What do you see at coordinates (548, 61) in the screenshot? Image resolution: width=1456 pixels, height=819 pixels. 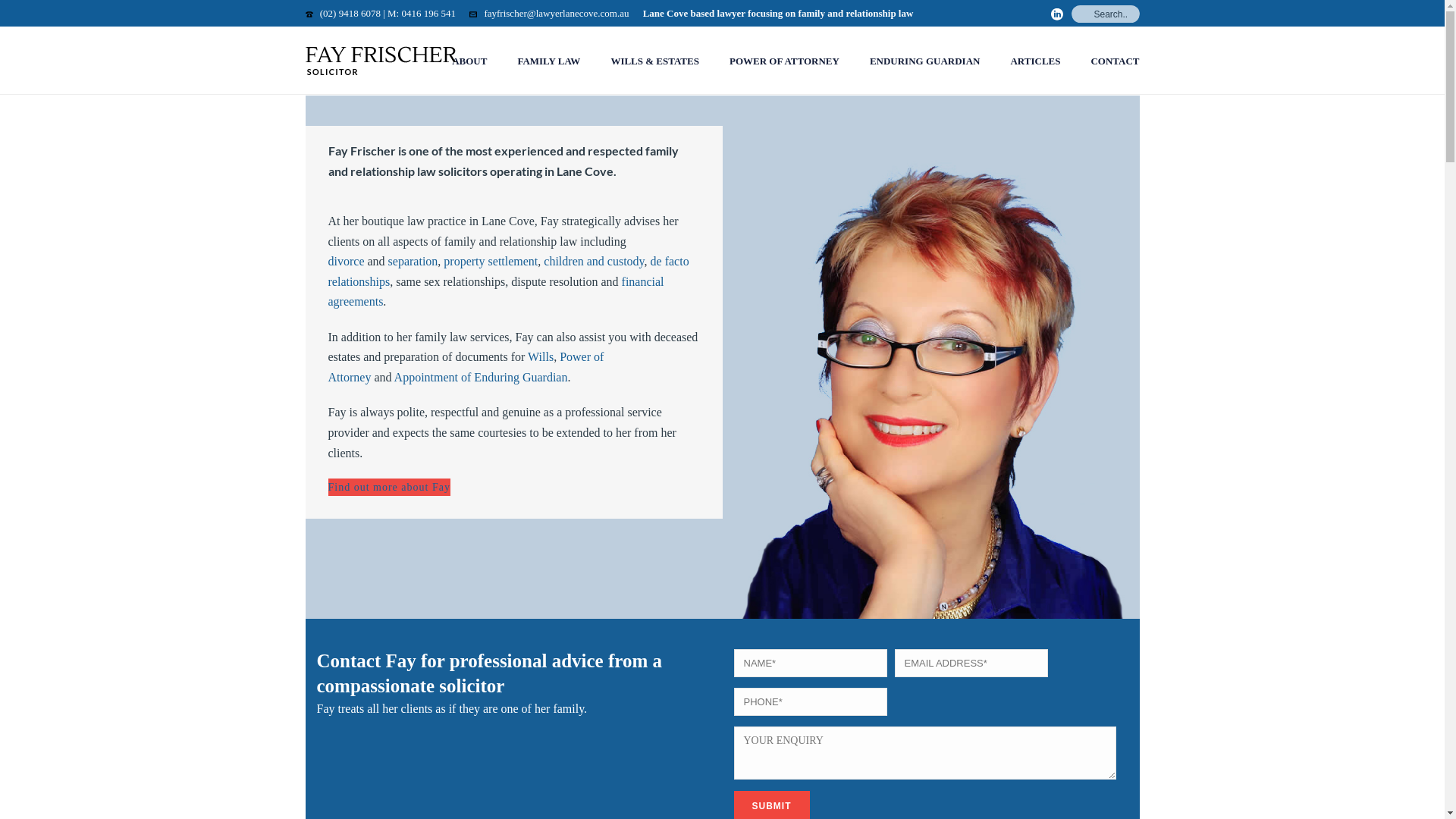 I see `'FAMILY LAW'` at bounding box center [548, 61].